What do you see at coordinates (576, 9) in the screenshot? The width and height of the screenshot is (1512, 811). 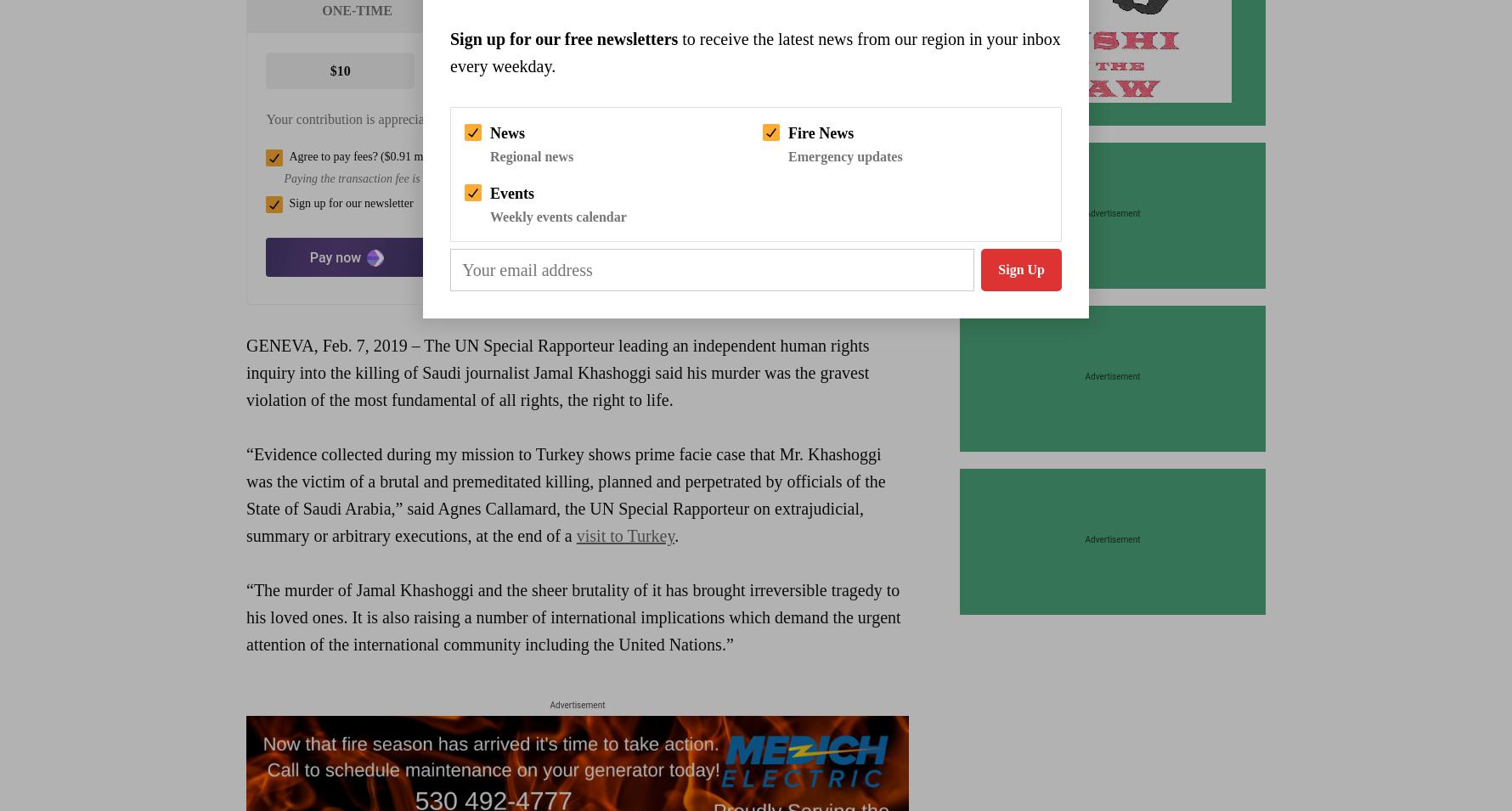 I see `'Monthly'` at bounding box center [576, 9].